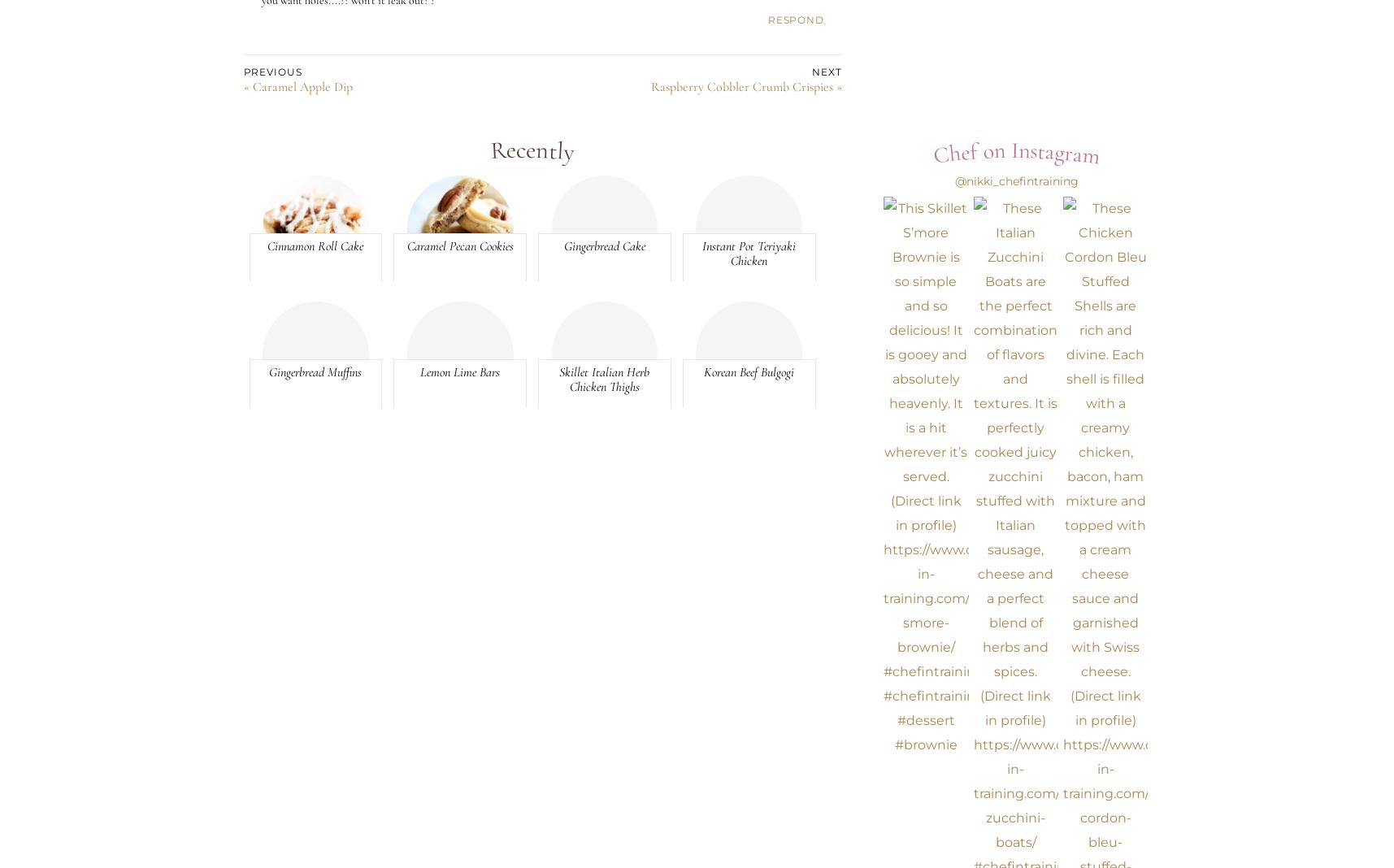 The image size is (1394, 868). What do you see at coordinates (749, 371) in the screenshot?
I see `'Korean Beef Bulgogi'` at bounding box center [749, 371].